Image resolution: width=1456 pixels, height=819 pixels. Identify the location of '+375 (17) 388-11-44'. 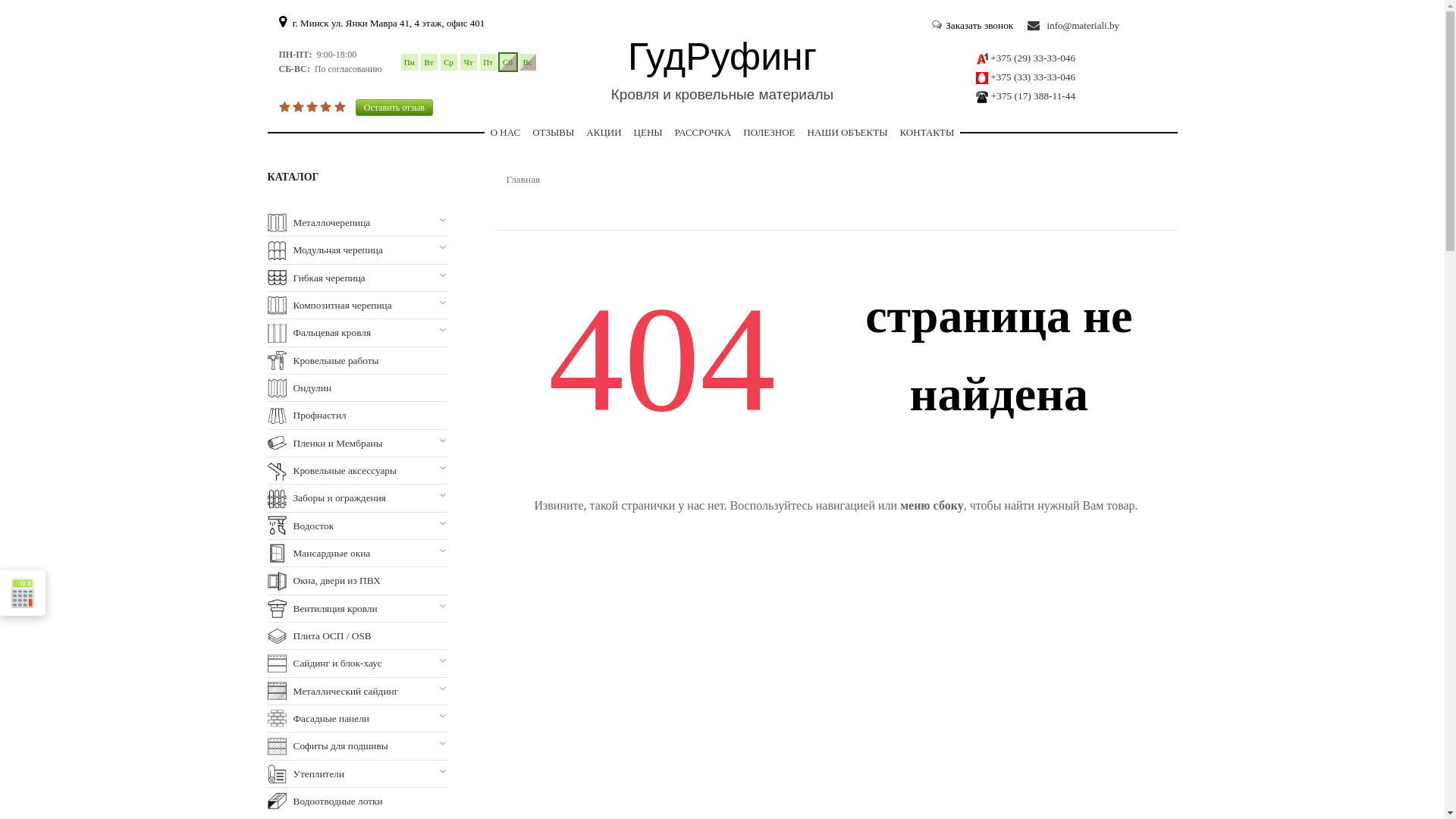
(990, 96).